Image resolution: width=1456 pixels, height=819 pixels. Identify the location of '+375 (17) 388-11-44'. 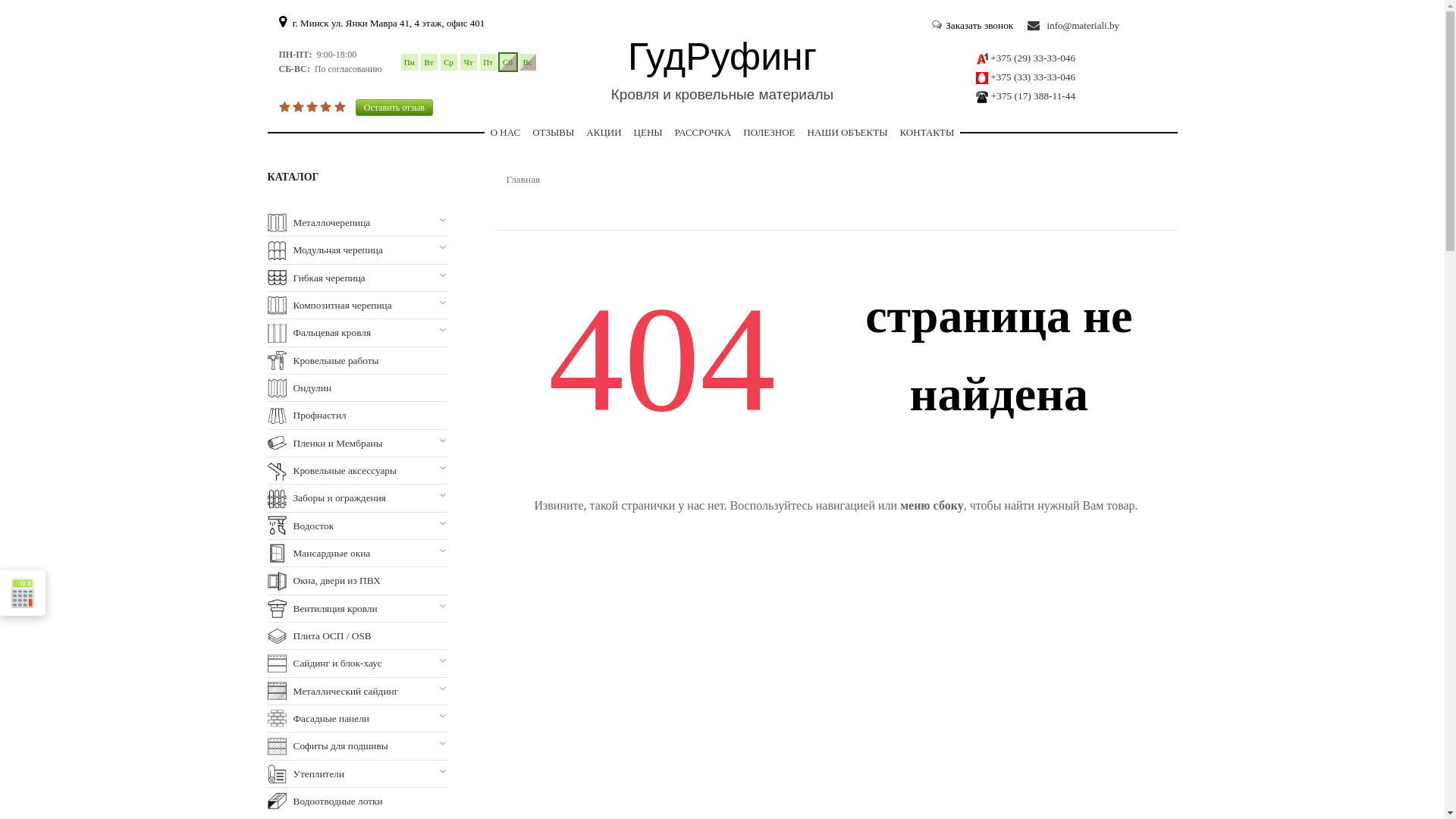
(990, 96).